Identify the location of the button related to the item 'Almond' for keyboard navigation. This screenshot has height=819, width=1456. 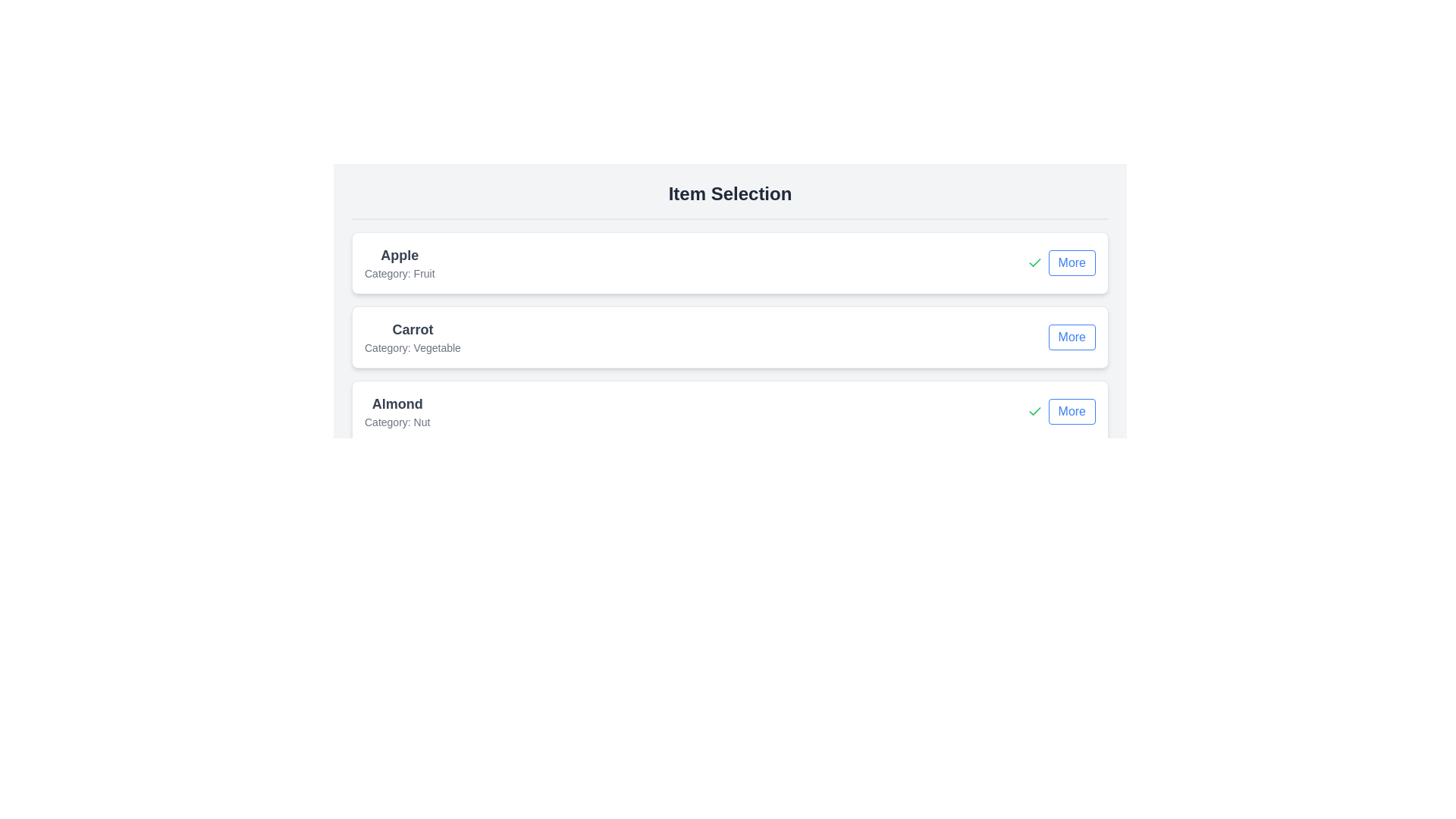
(1060, 412).